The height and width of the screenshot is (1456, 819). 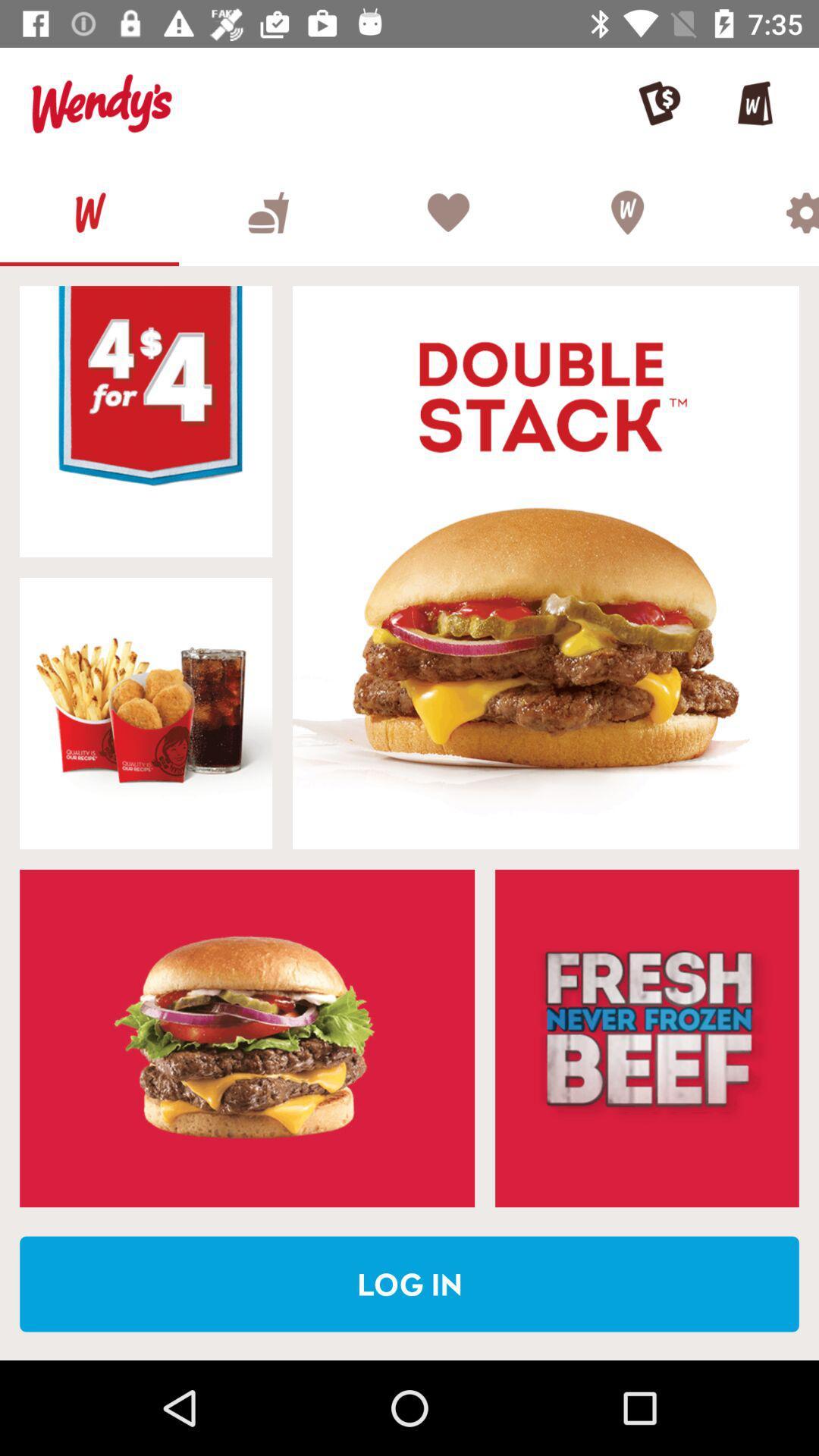 I want to click on an item, so click(x=146, y=712).